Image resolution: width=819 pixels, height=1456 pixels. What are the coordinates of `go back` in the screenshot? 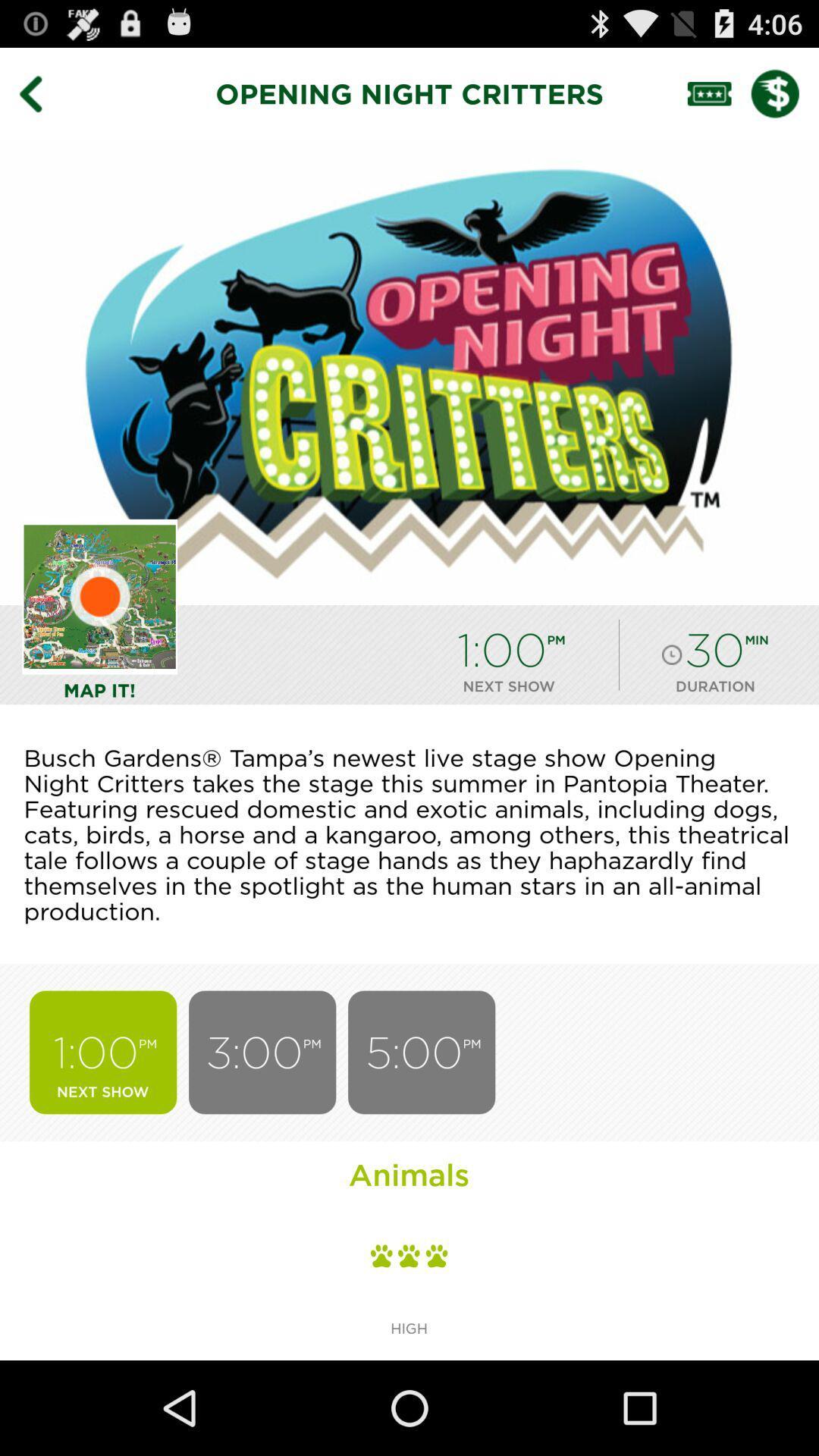 It's located at (41, 93).